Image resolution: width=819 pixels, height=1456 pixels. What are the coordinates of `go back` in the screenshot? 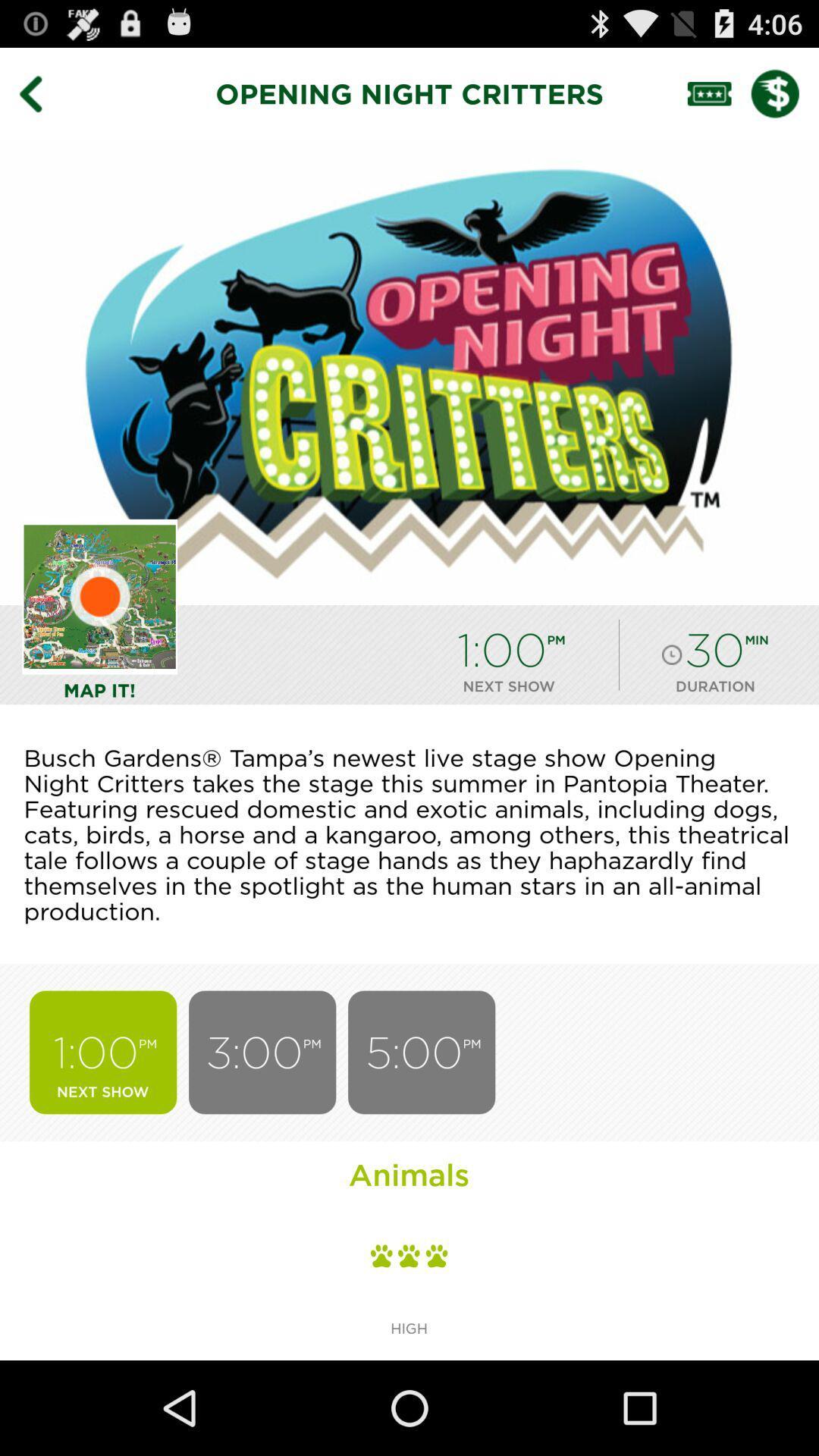 It's located at (41, 93).